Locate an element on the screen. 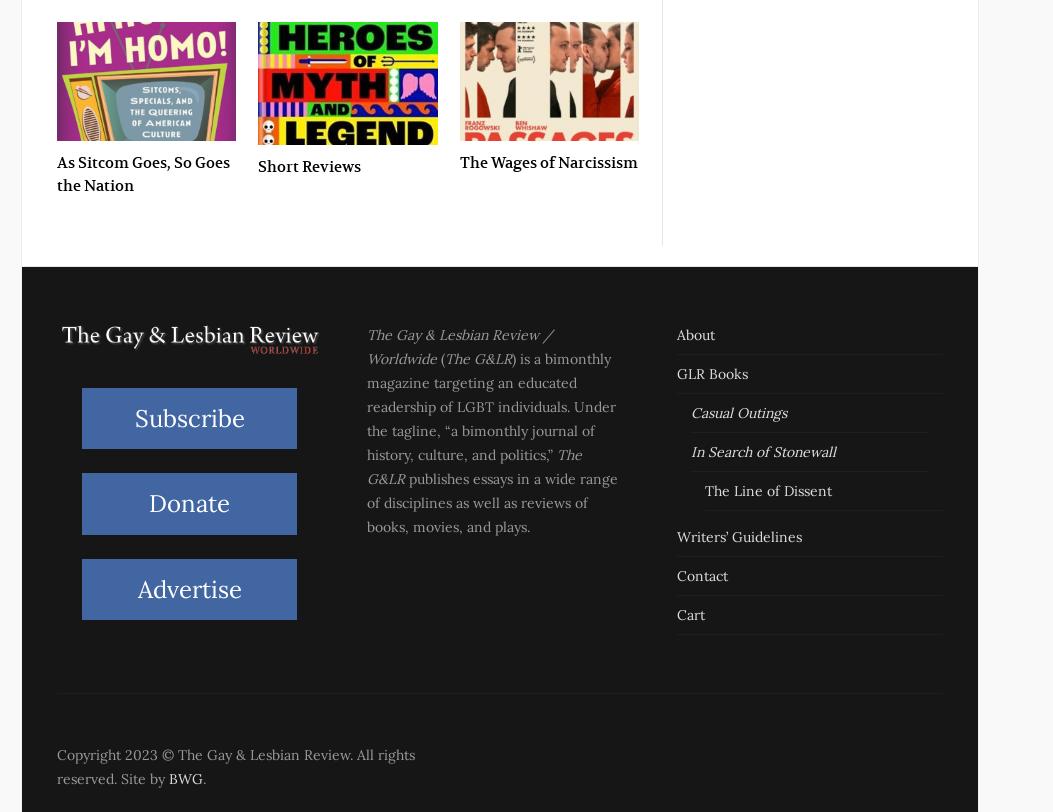 This screenshot has width=1053, height=812. '(' is located at coordinates (439, 358).